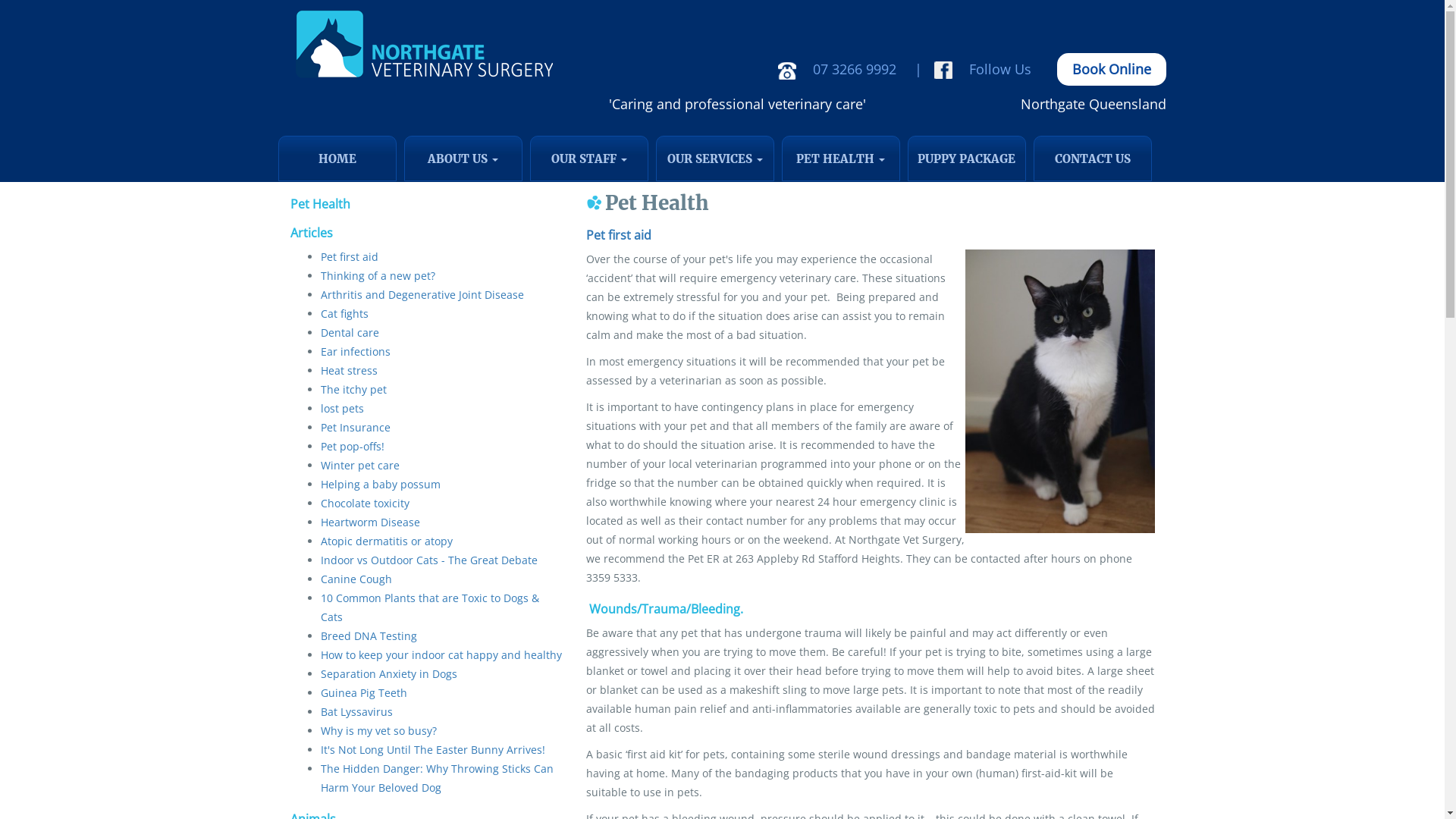 The height and width of the screenshot is (819, 1456). I want to click on 'Heat stress', so click(319, 370).